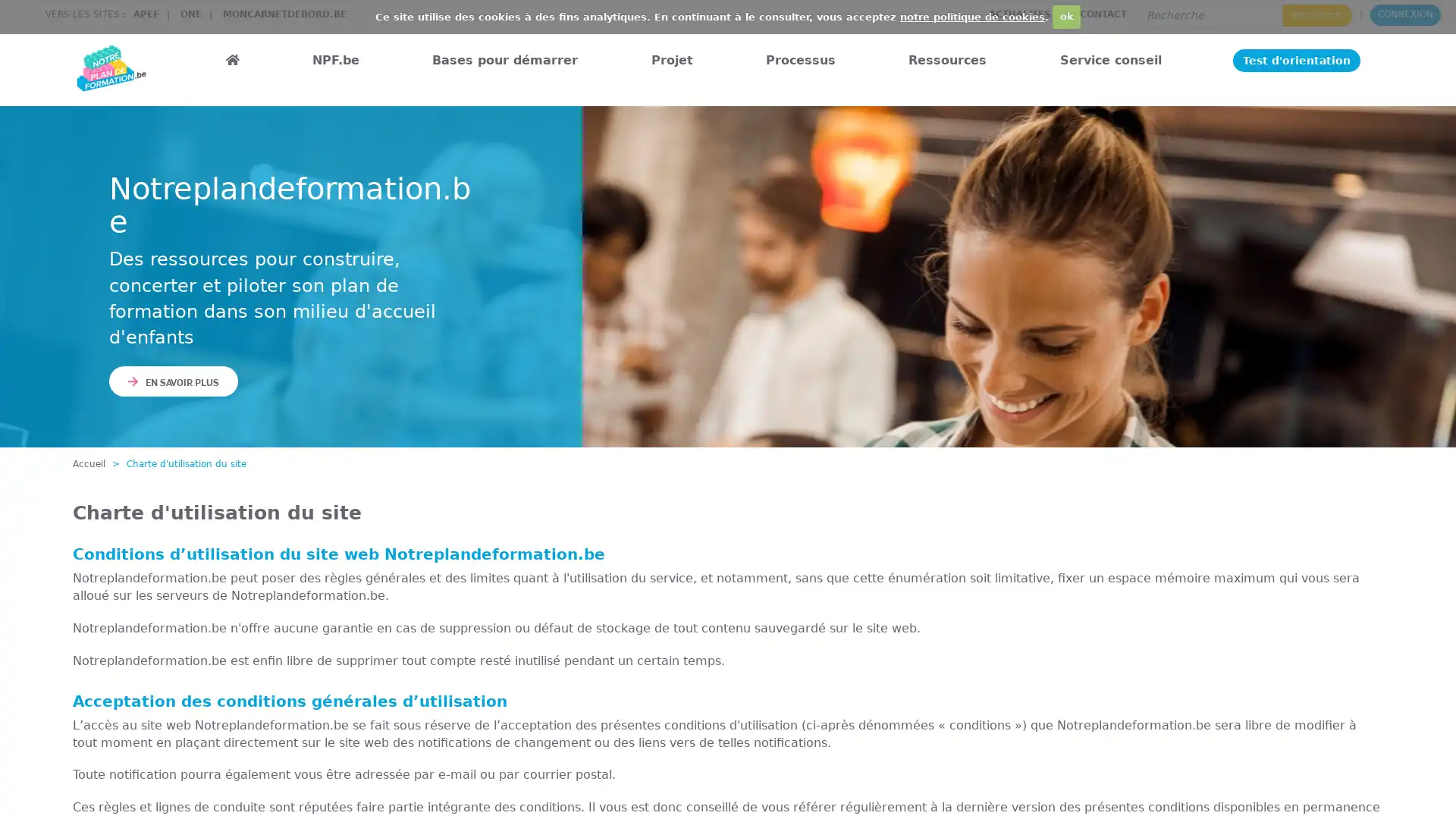 Image resolution: width=1456 pixels, height=819 pixels. What do you see at coordinates (1316, 14) in the screenshot?
I see `Rechercher` at bounding box center [1316, 14].